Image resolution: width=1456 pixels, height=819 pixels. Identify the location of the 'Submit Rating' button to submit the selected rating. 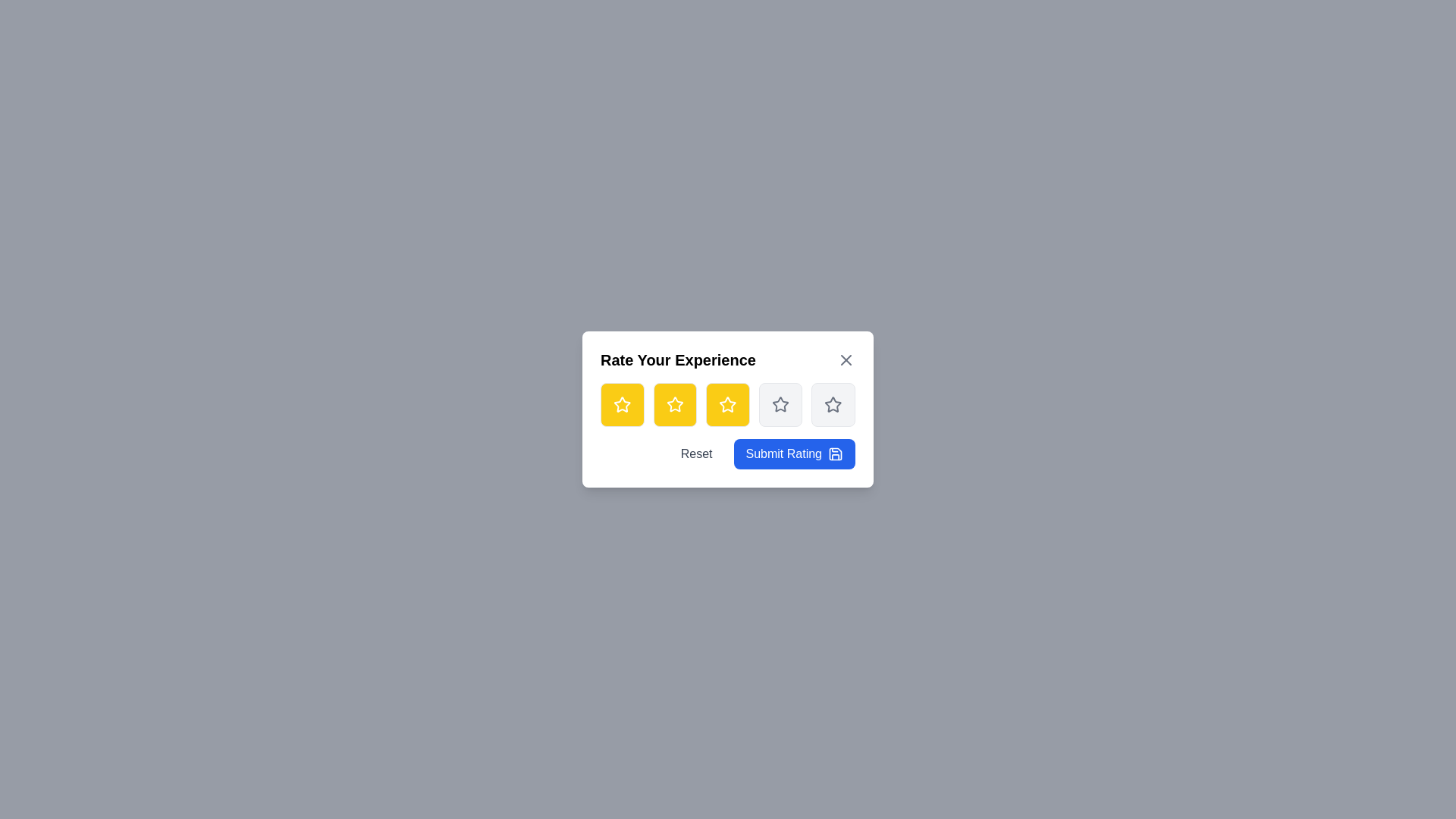
(793, 453).